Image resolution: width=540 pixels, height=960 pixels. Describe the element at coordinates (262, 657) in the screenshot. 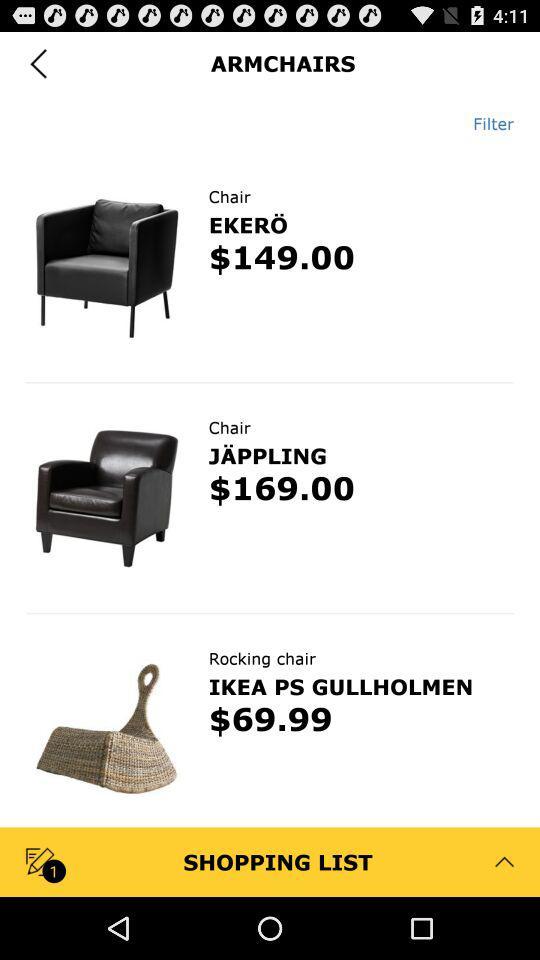

I see `rocking chair icon` at that location.